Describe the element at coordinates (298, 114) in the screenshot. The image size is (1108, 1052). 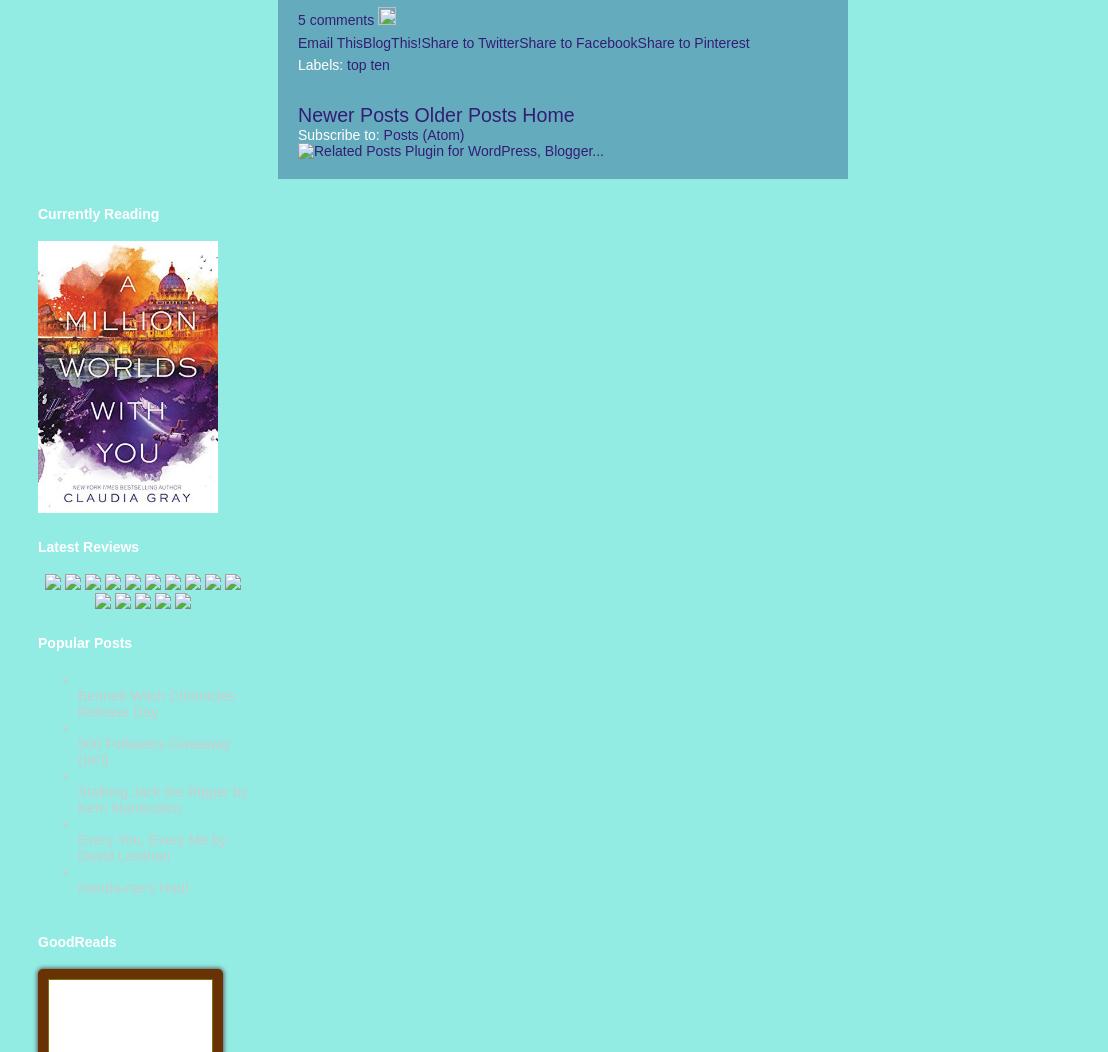
I see `'Newer Posts'` at that location.